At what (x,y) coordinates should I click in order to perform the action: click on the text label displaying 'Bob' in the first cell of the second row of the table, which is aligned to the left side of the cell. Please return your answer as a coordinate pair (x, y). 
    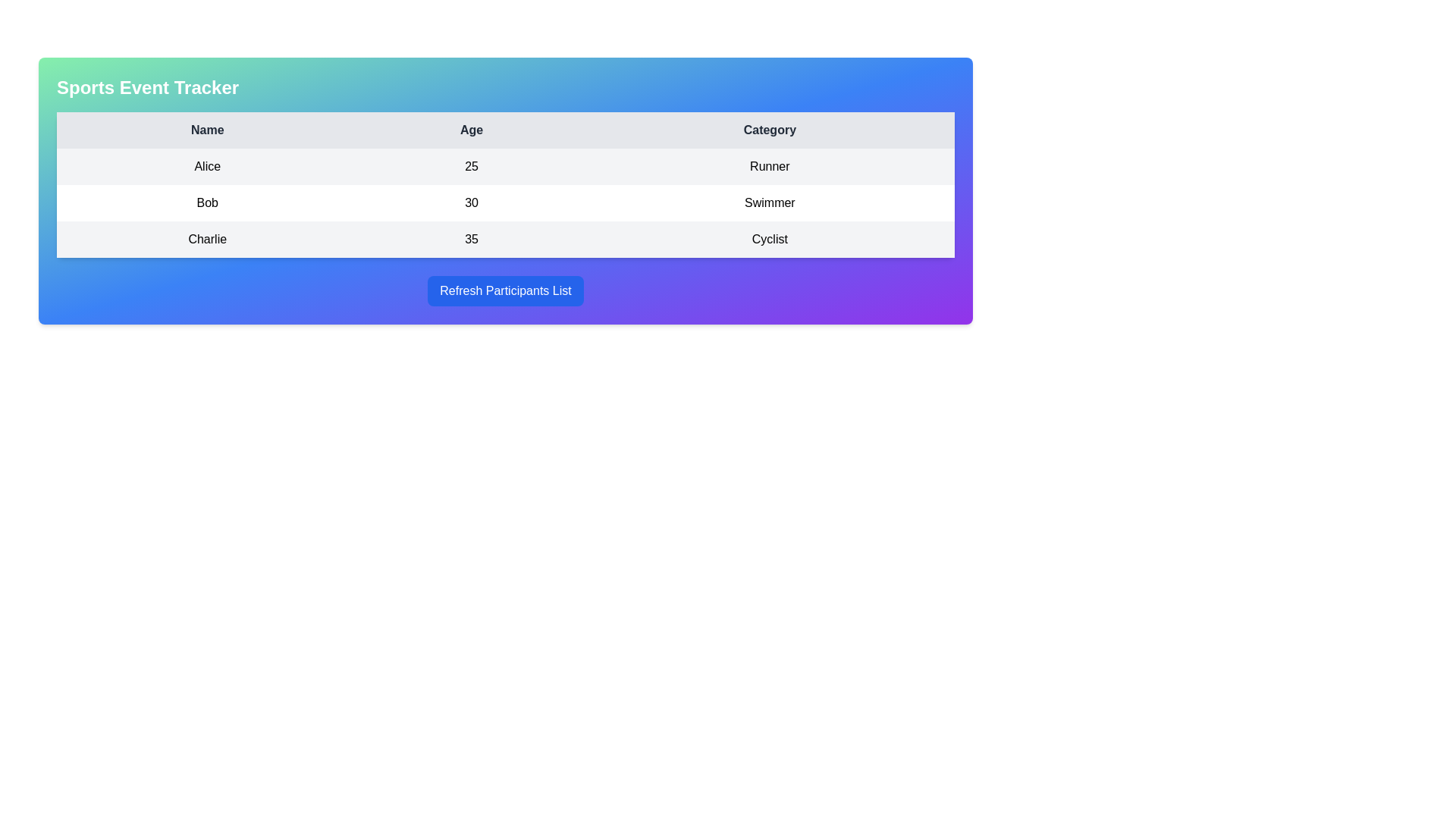
    Looking at the image, I should click on (206, 202).